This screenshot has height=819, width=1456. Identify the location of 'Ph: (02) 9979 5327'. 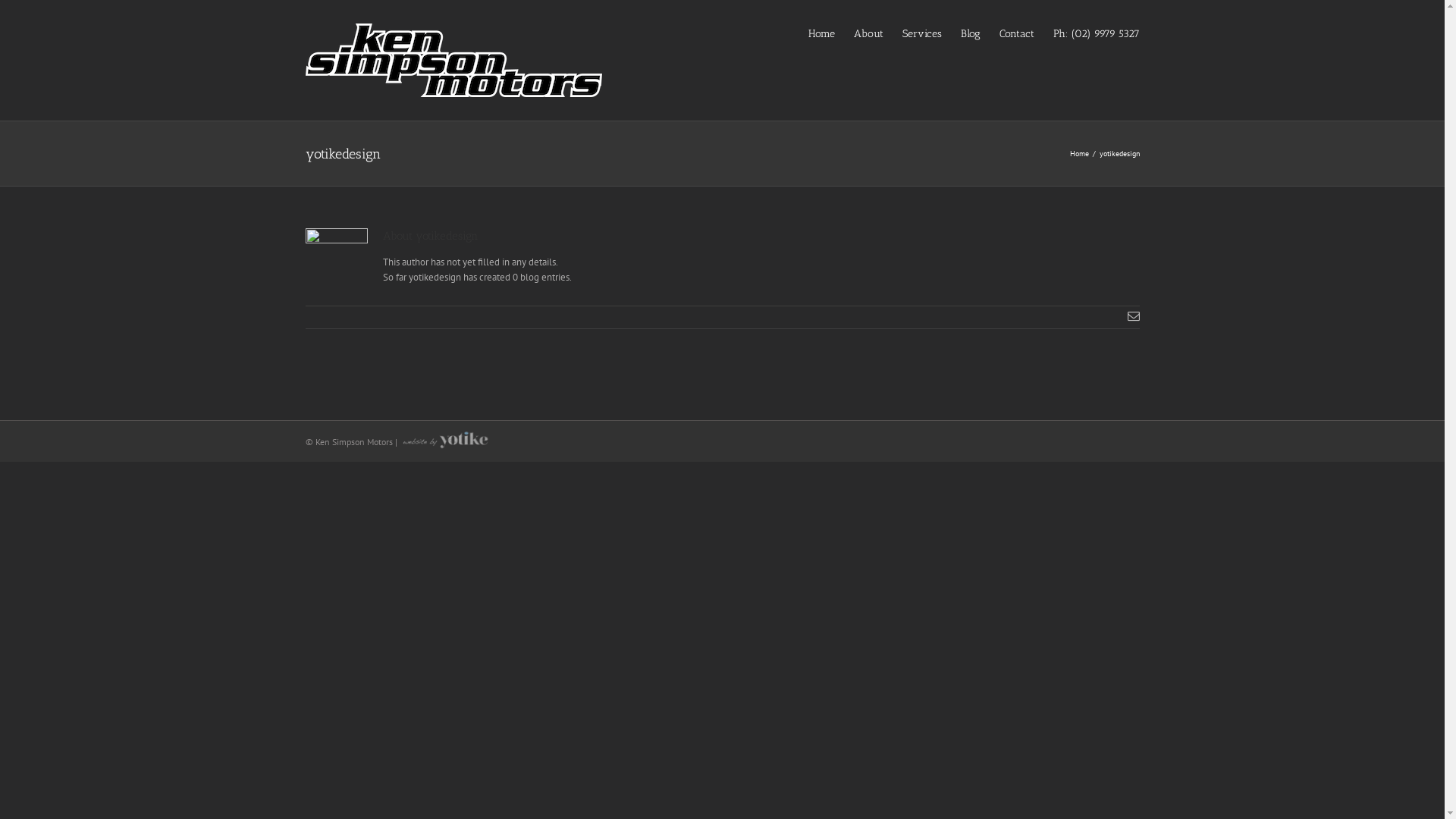
(1095, 32).